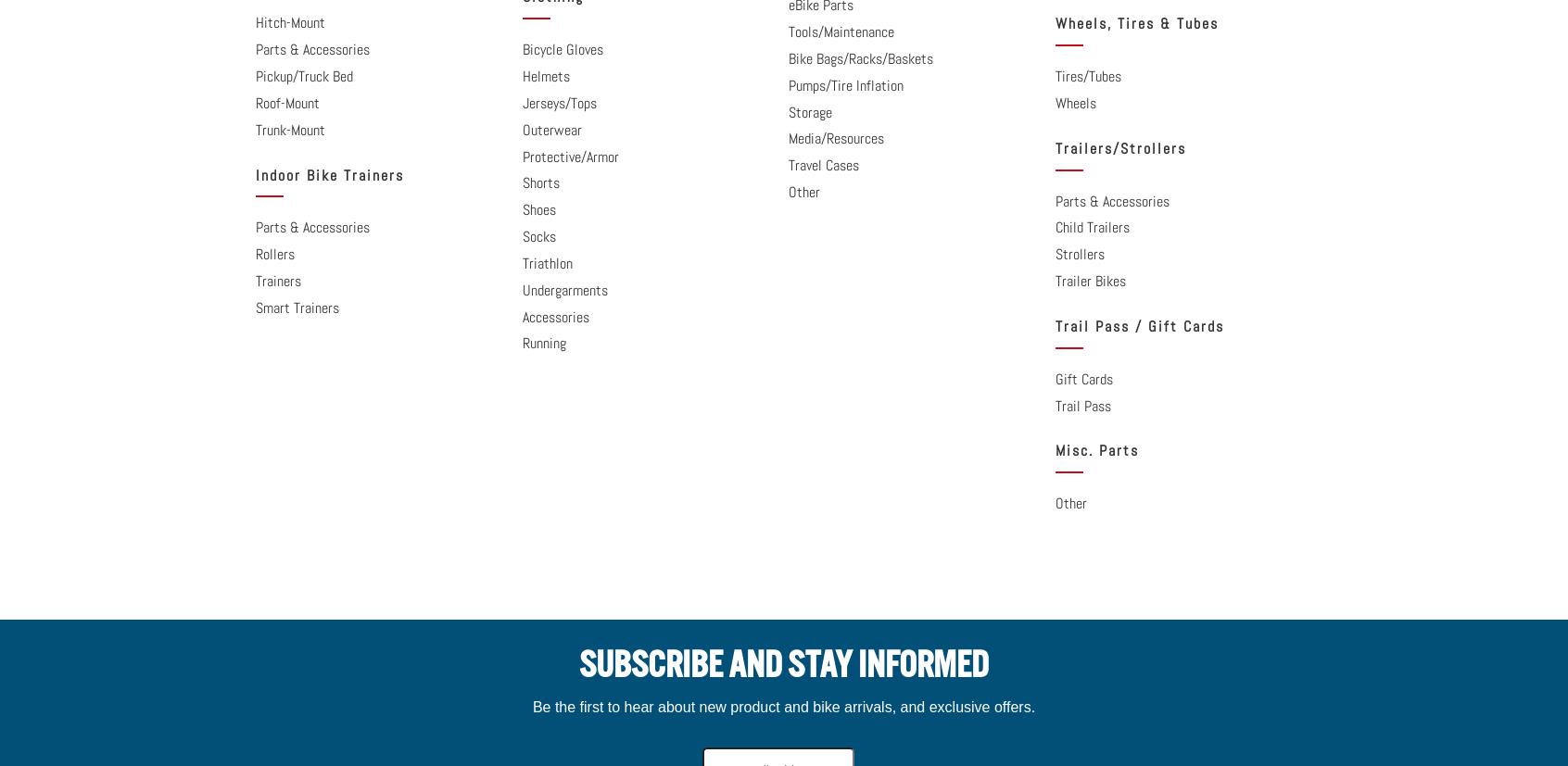  I want to click on 'Trail Pass', so click(1081, 404).